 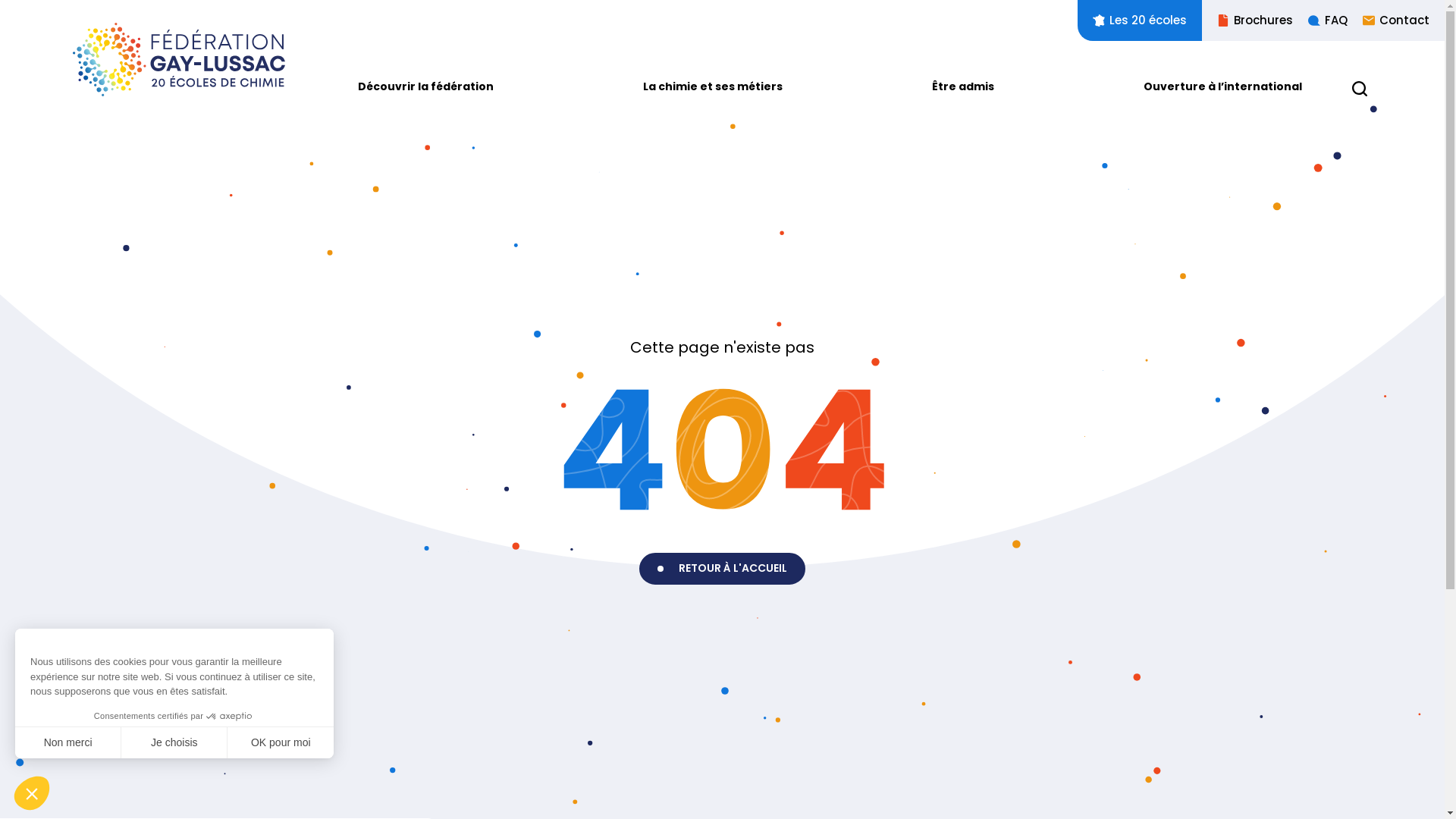 What do you see at coordinates (1247, 20) in the screenshot?
I see `'Brochures'` at bounding box center [1247, 20].